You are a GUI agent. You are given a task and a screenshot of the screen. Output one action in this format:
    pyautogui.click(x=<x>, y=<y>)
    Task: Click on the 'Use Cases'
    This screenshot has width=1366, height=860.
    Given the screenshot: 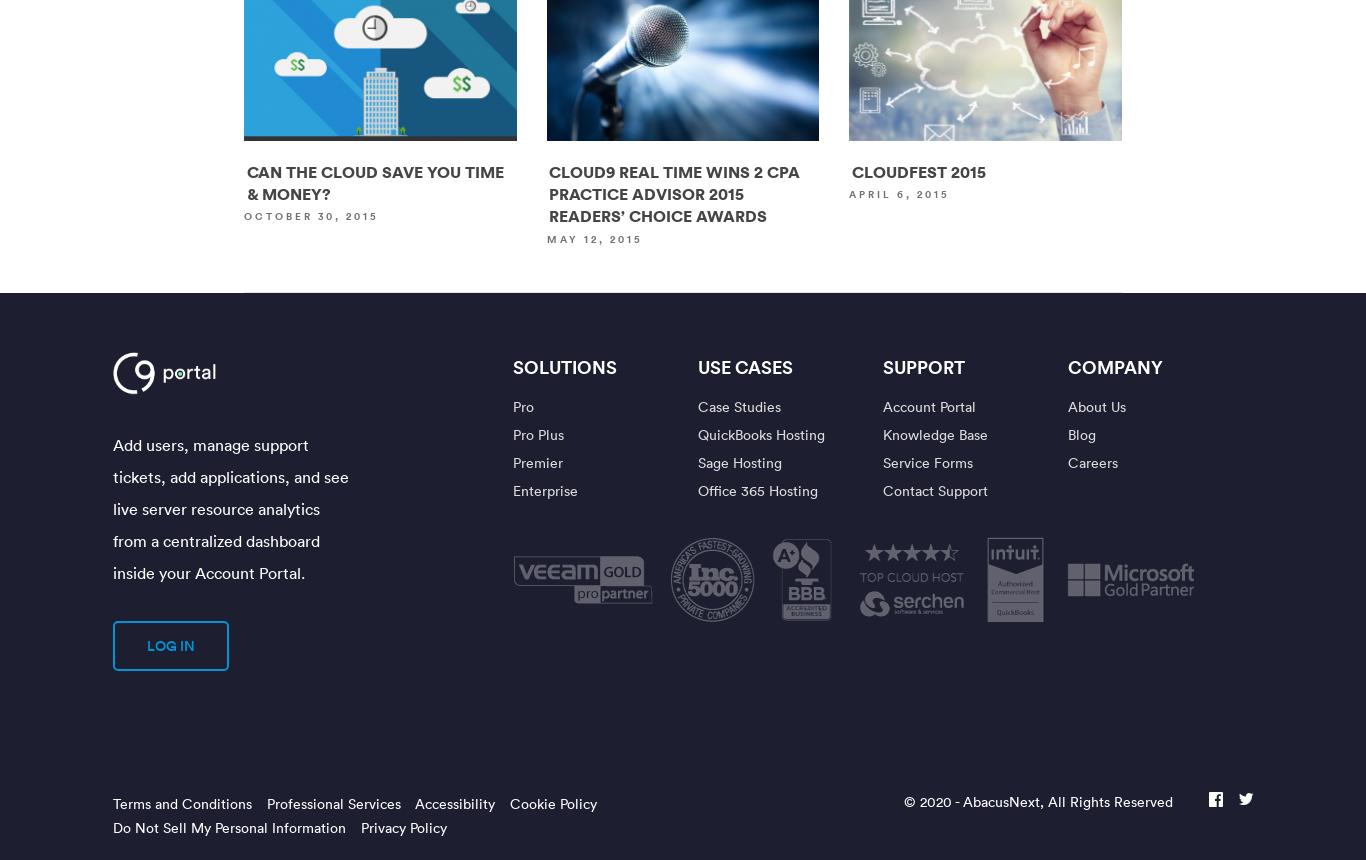 What is the action you would take?
    pyautogui.click(x=745, y=366)
    